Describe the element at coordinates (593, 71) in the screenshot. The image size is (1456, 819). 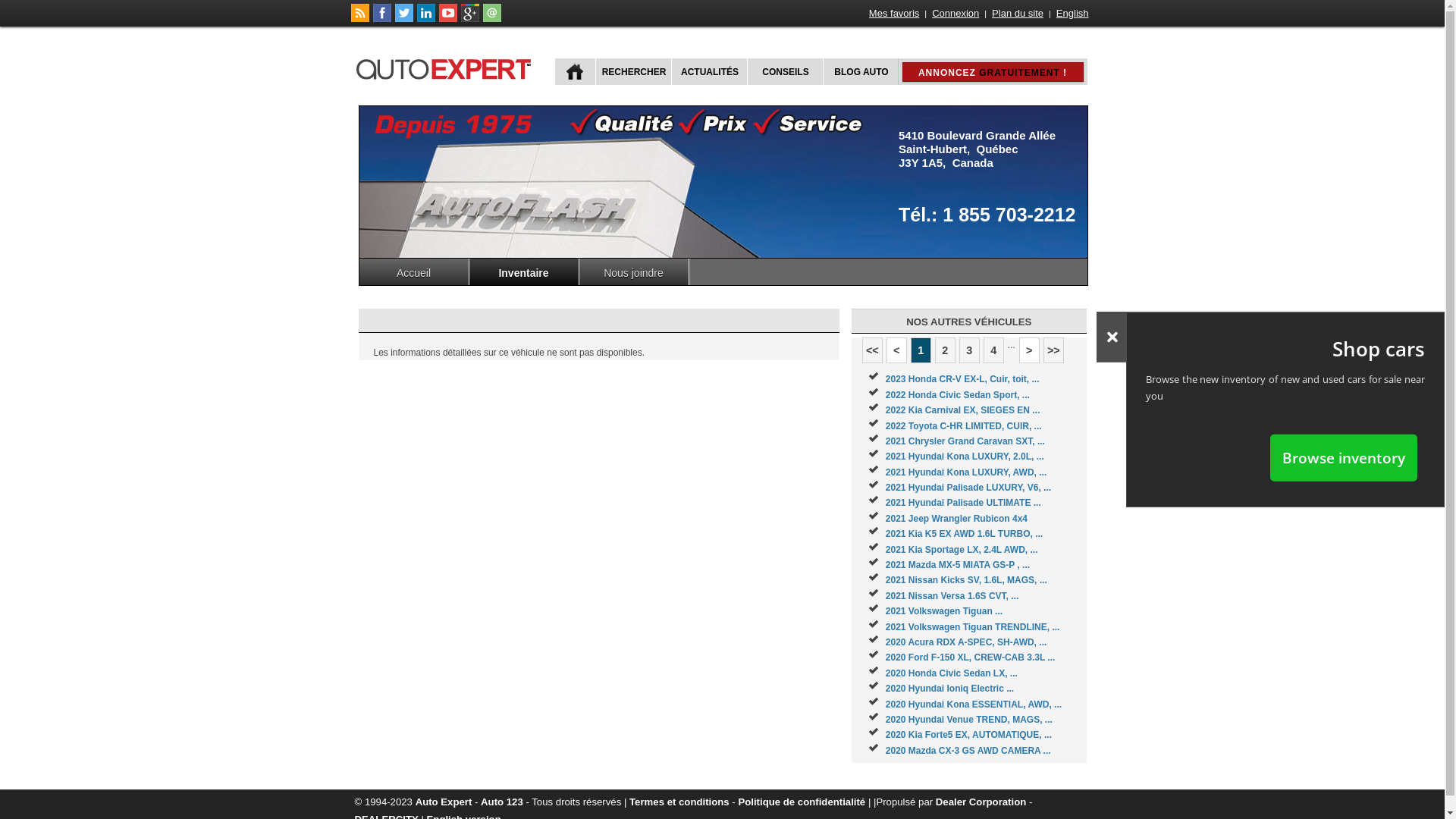
I see `'RECHERCHER'` at that location.